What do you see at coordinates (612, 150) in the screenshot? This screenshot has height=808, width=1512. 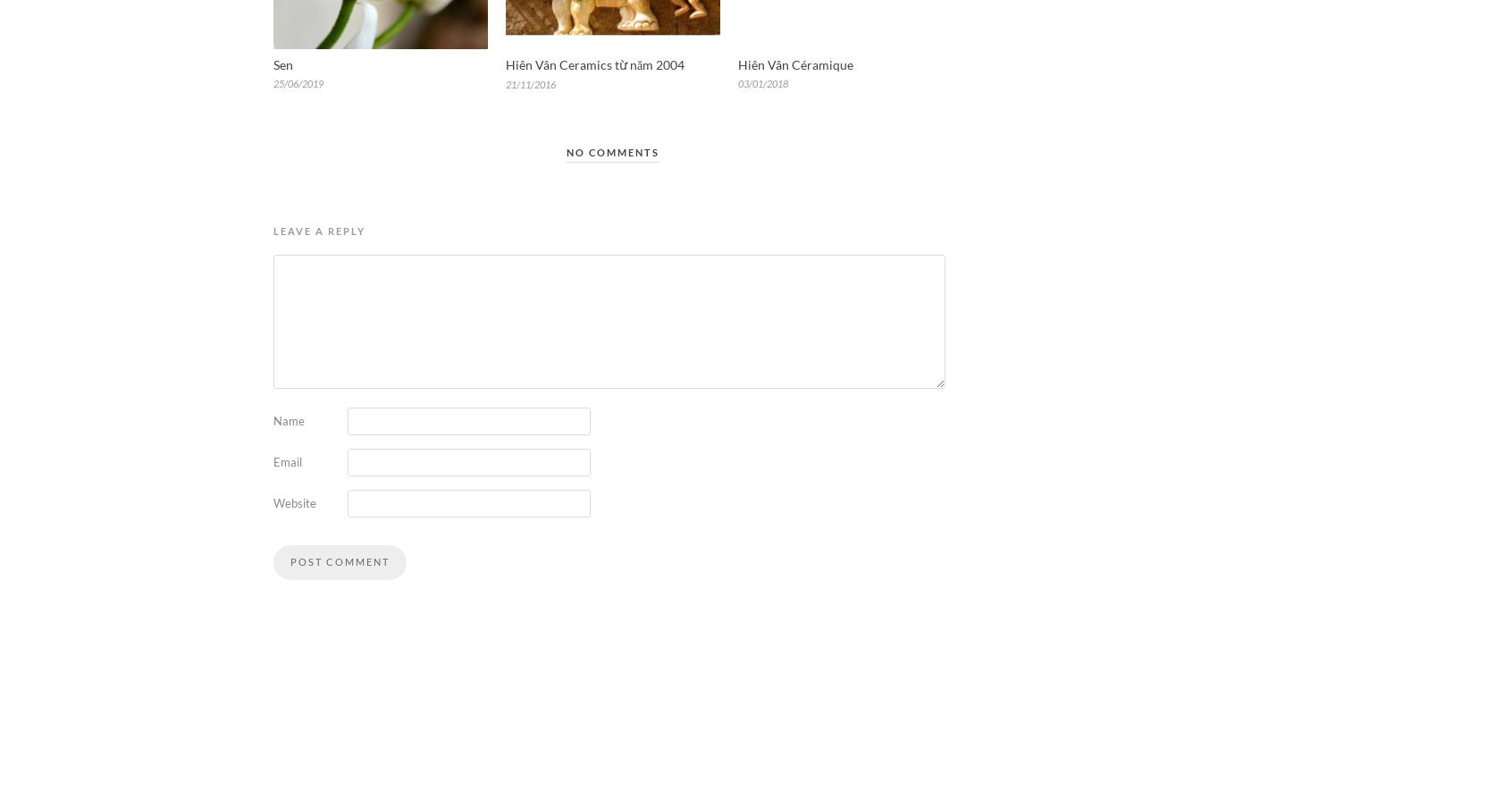 I see `'No Comments'` at bounding box center [612, 150].